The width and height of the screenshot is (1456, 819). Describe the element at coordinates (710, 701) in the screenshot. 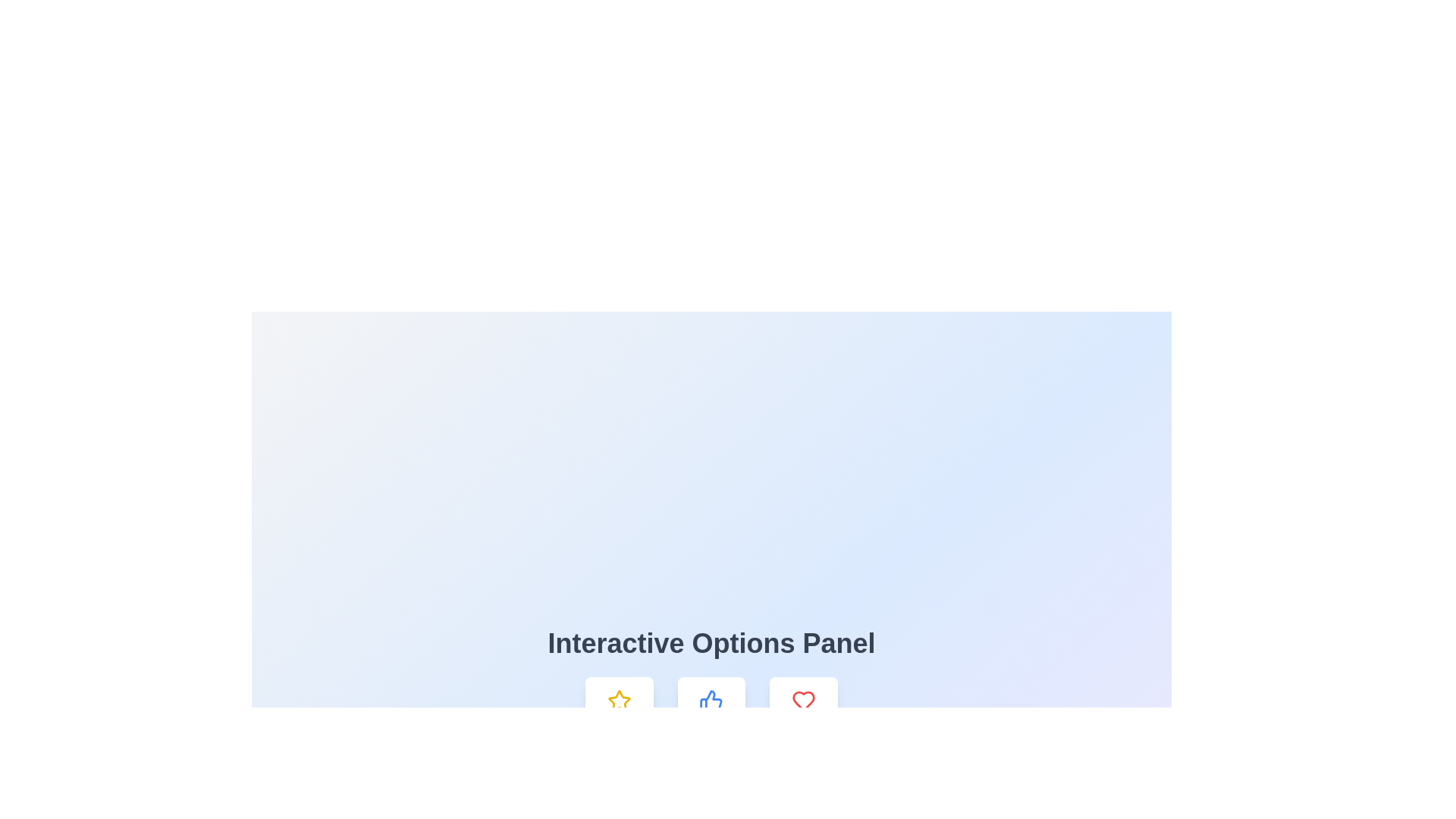

I see `the blue thumbs-up icon located` at that location.